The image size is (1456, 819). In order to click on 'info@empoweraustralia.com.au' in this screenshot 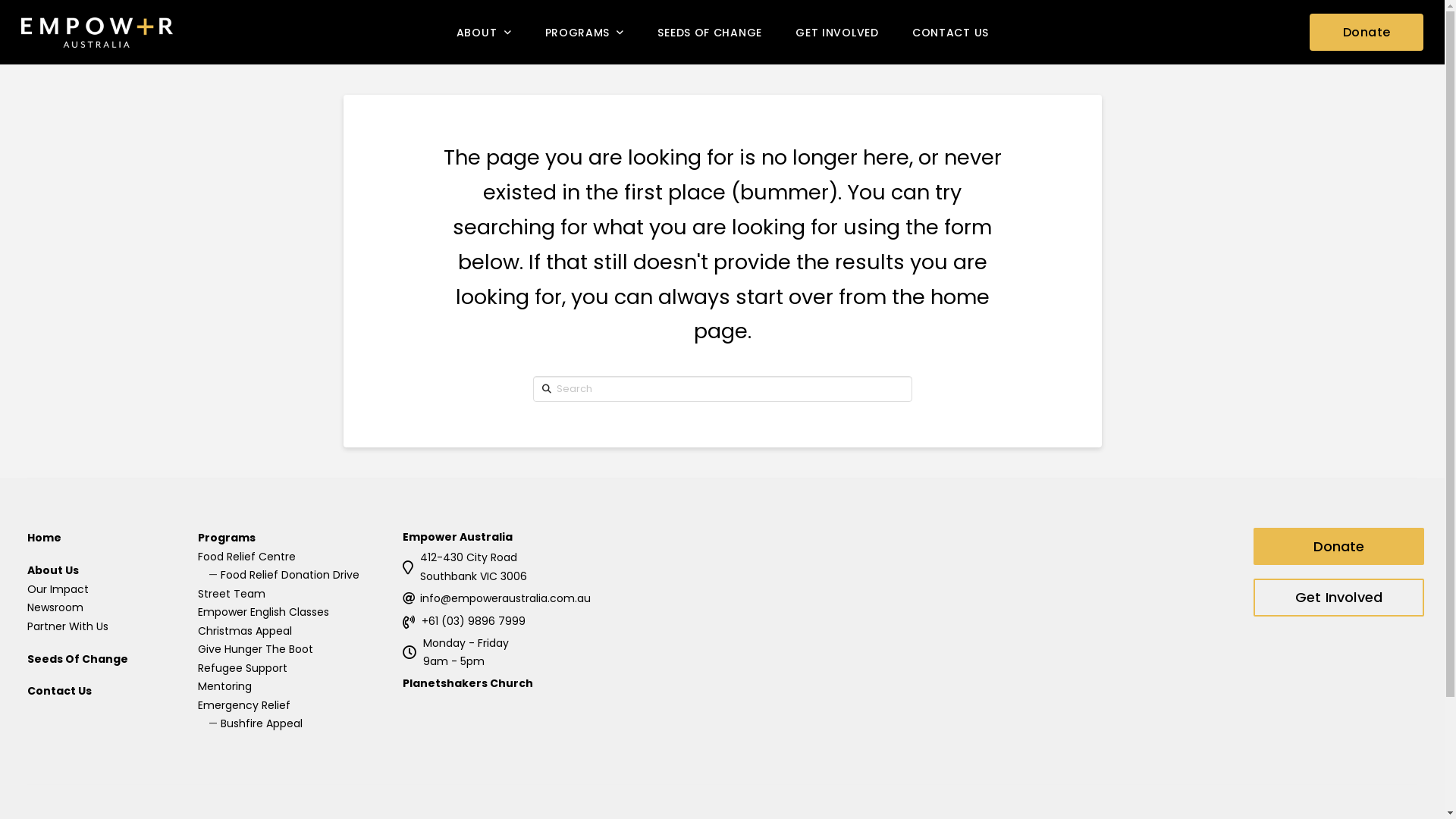, I will do `click(505, 598)`.